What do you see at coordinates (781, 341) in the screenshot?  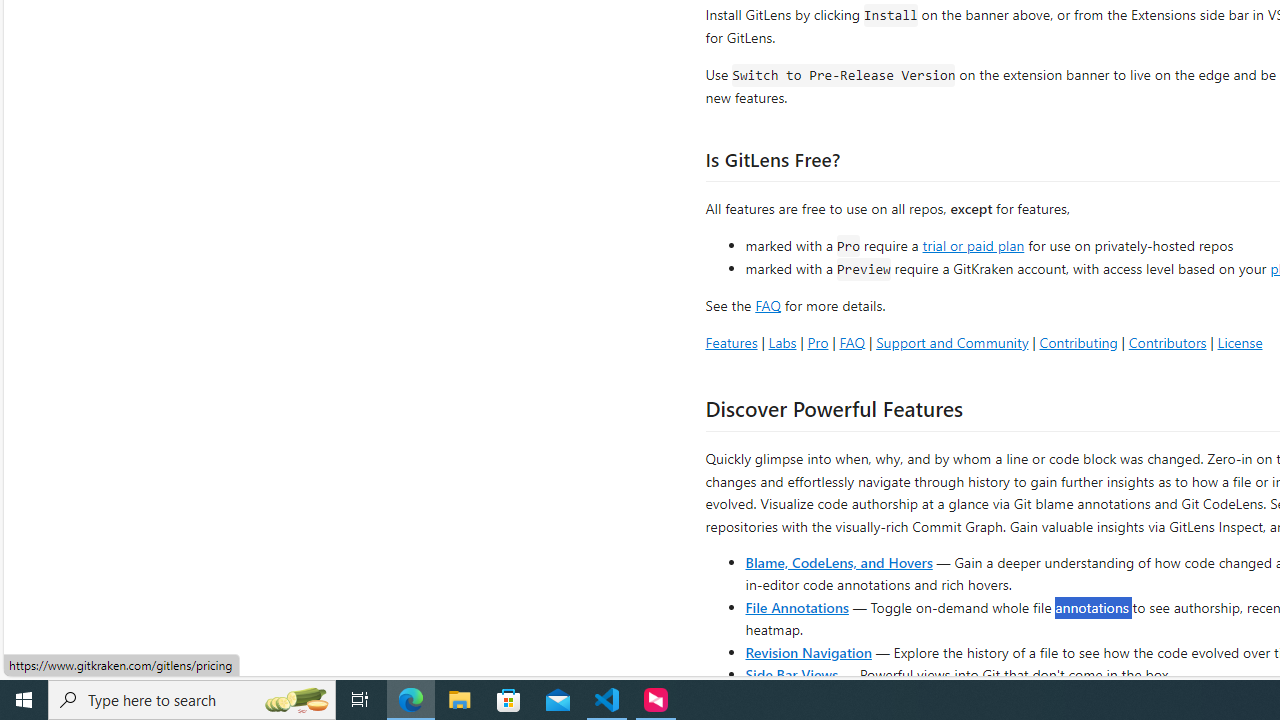 I see `'Labs'` at bounding box center [781, 341].